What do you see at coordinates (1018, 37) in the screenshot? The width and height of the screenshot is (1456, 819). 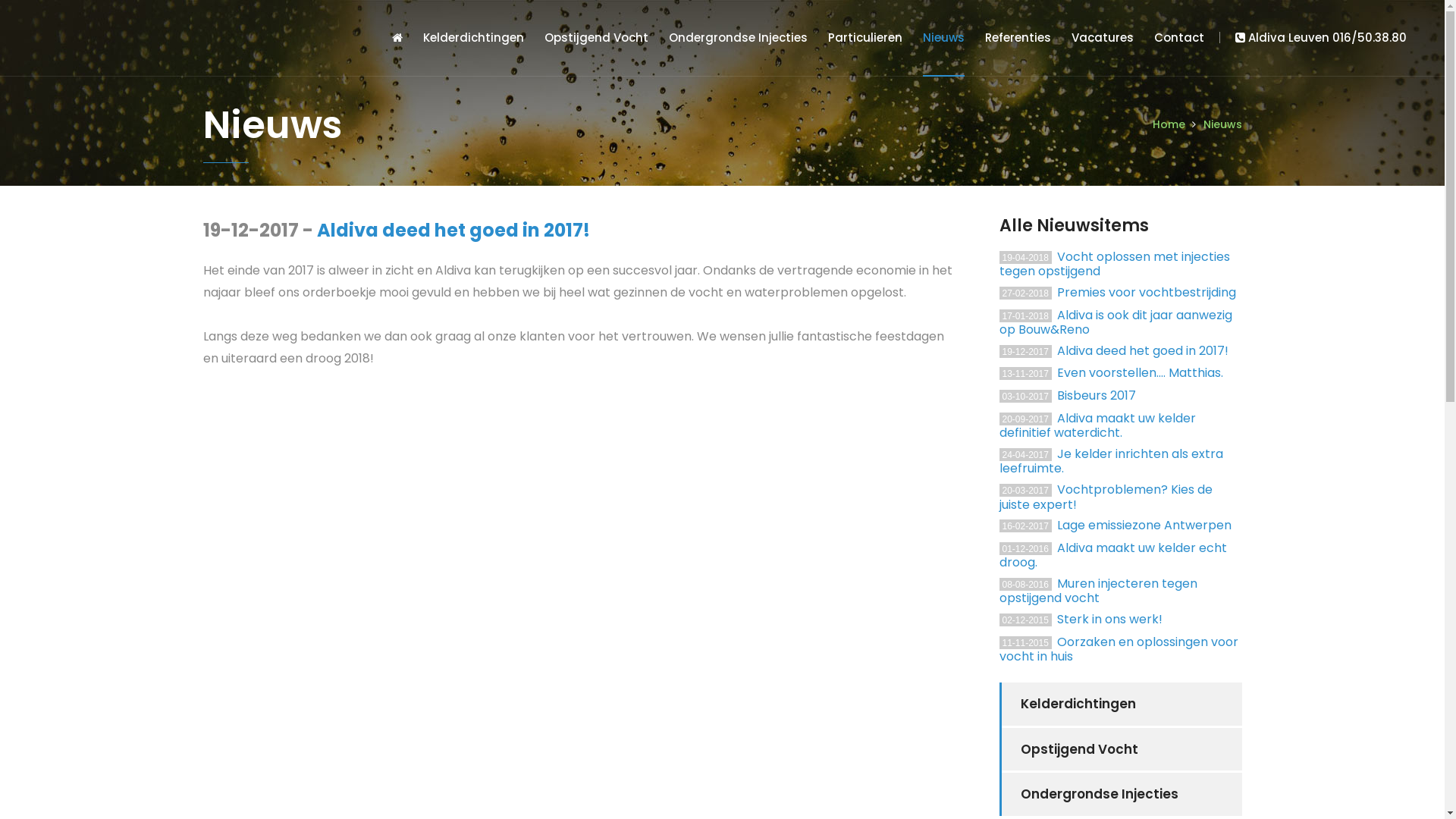 I see `'Referenties'` at bounding box center [1018, 37].